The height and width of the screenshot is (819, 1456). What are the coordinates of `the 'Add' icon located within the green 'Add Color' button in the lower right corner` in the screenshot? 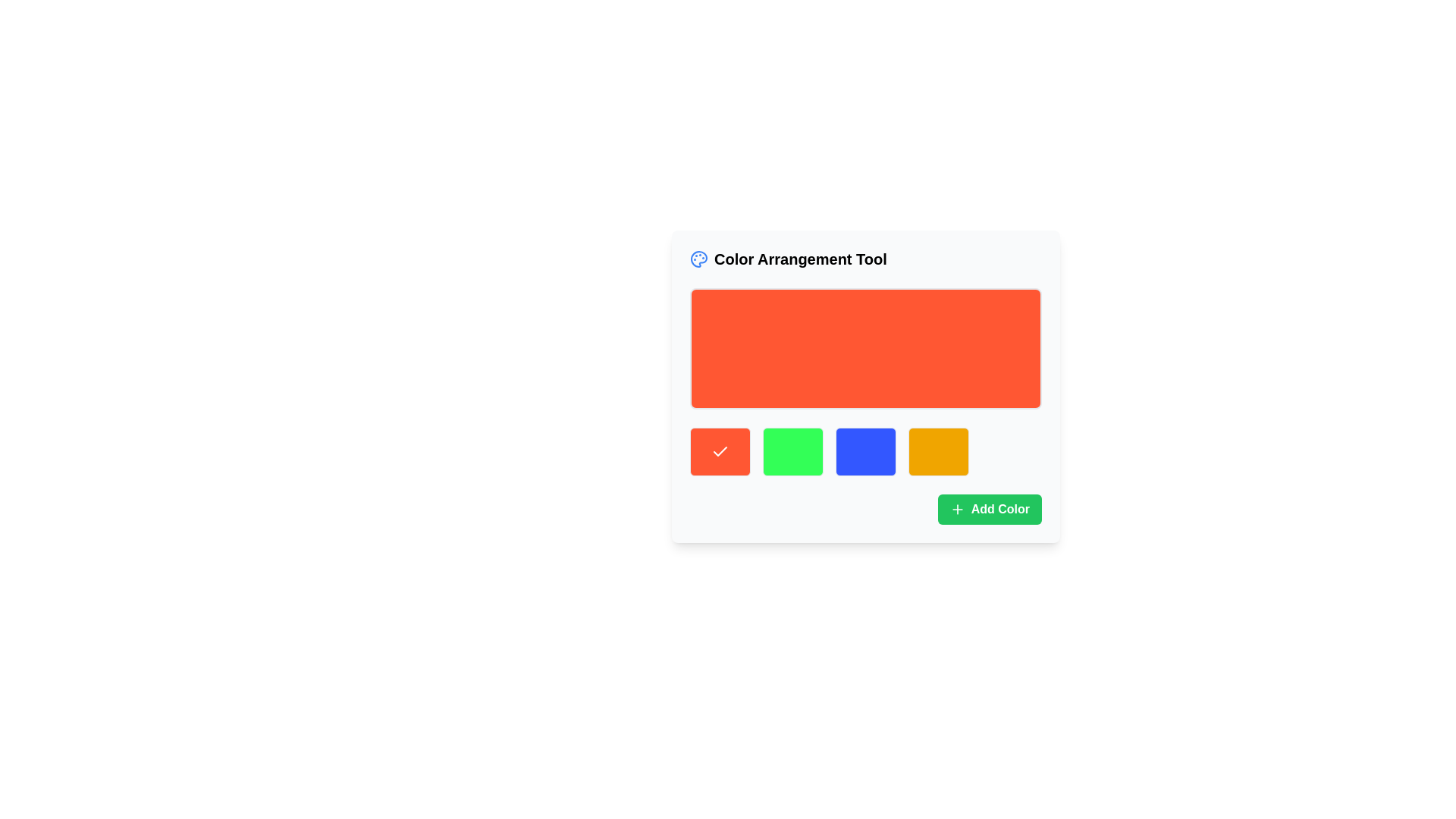 It's located at (956, 509).